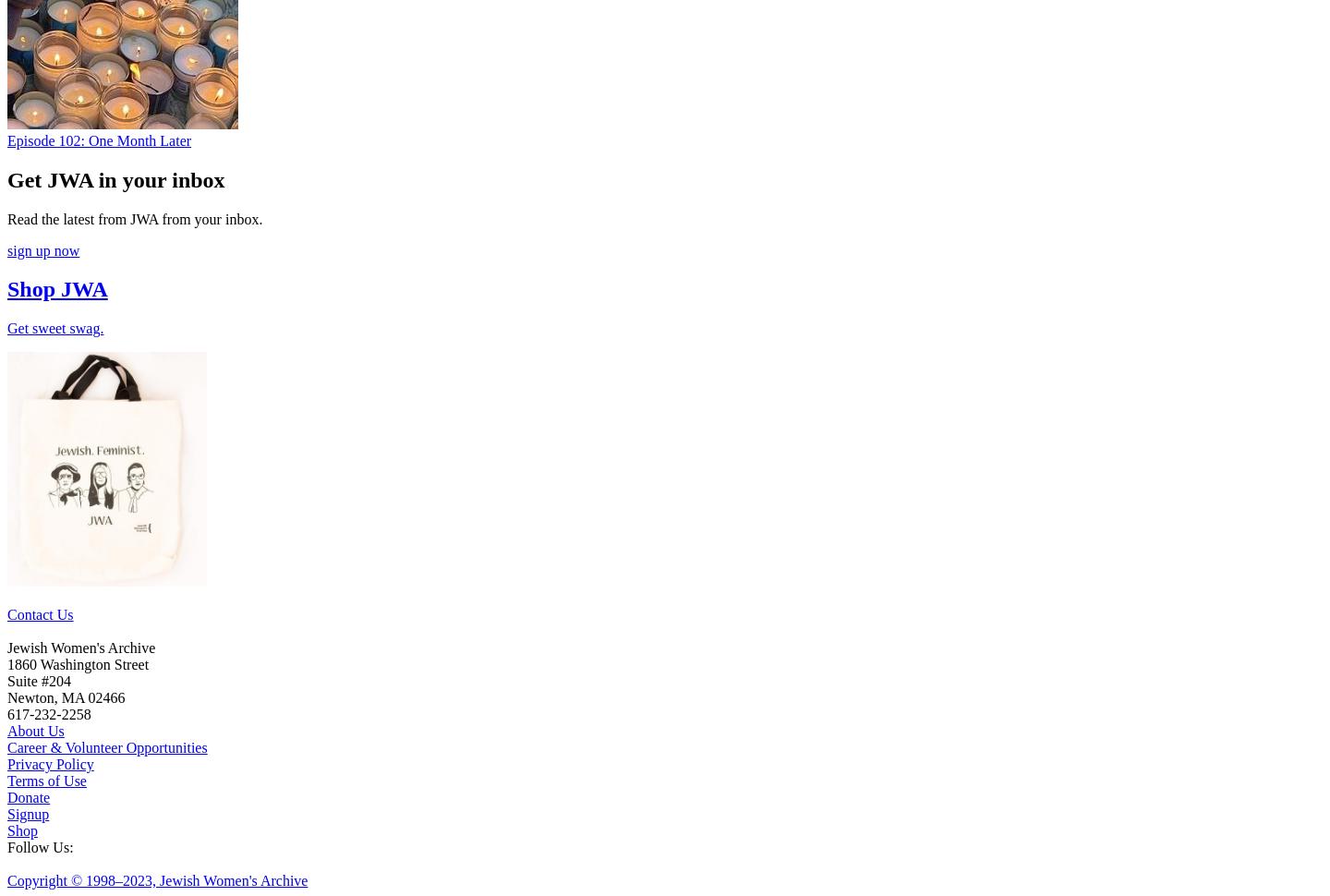 This screenshot has width=1330, height=896. Describe the element at coordinates (107, 747) in the screenshot. I see `'Career & Volunteer Opportunities'` at that location.